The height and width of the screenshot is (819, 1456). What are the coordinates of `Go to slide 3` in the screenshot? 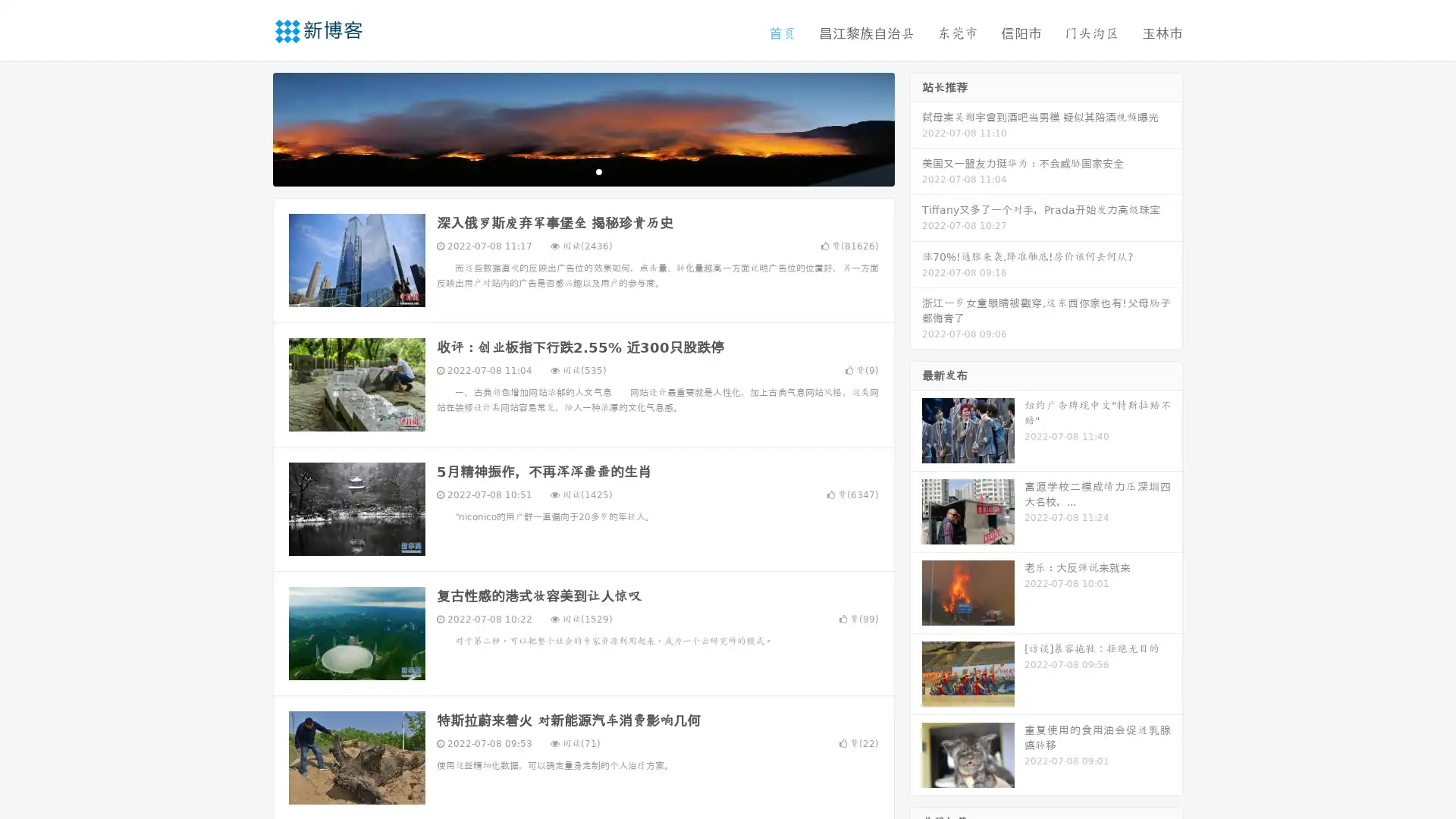 It's located at (598, 171).